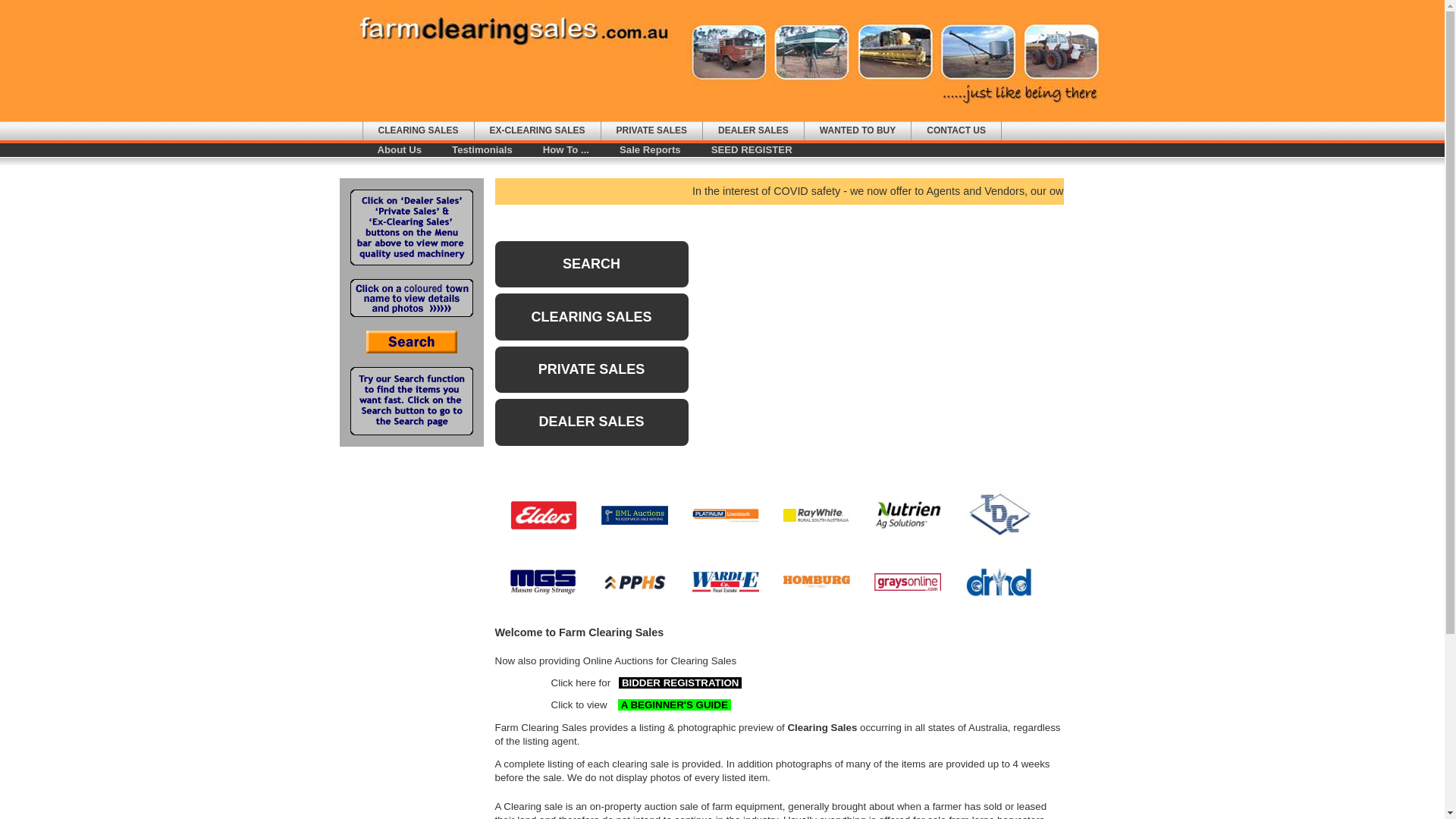 The width and height of the screenshot is (1456, 819). Describe the element at coordinates (619, 682) in the screenshot. I see `'BIDDER REGISTRATION '` at that location.